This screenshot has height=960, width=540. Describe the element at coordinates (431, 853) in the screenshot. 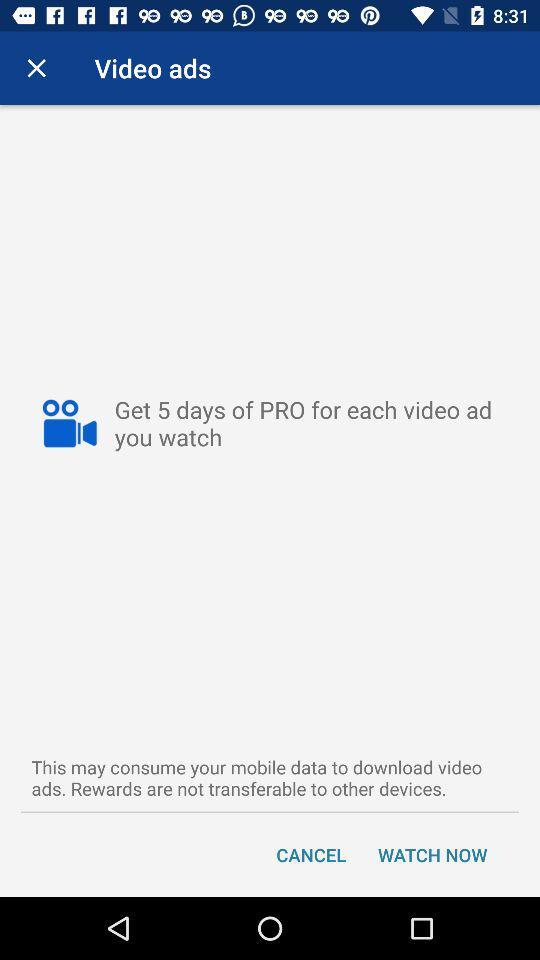

I see `the watch now item` at that location.